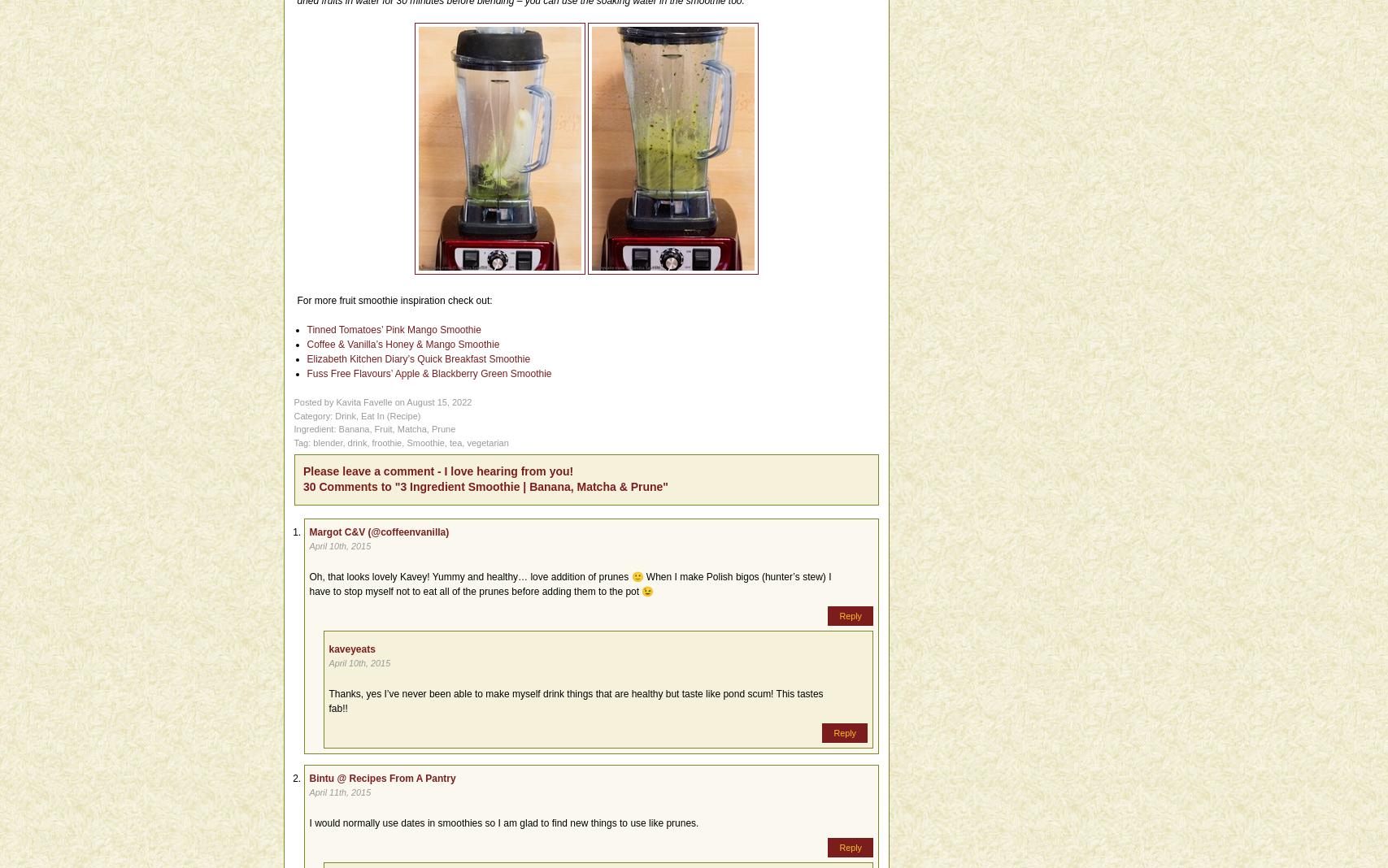 This screenshot has height=868, width=1388. I want to click on 'on', so click(398, 402).